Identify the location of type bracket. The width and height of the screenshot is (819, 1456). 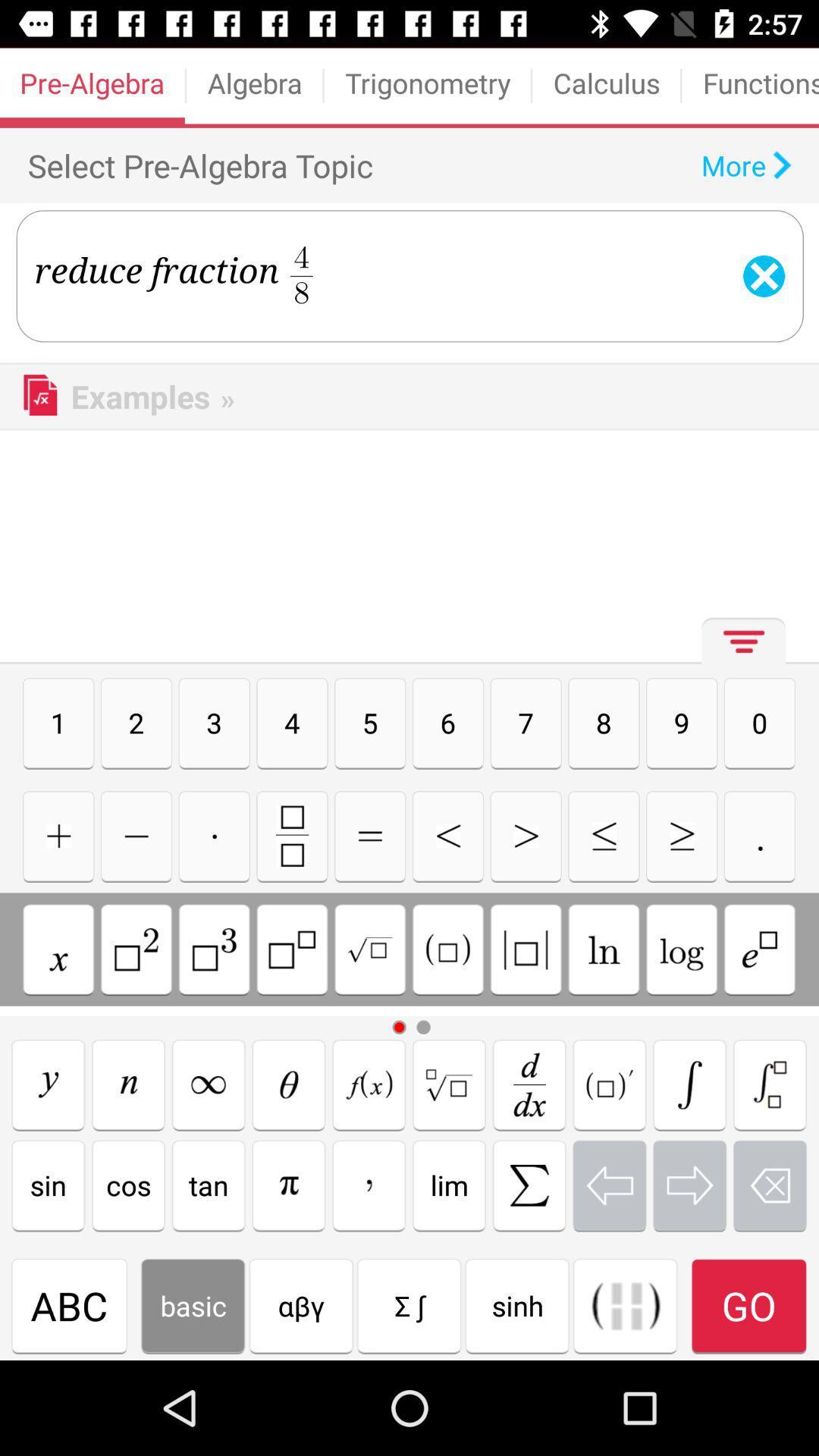
(689, 1084).